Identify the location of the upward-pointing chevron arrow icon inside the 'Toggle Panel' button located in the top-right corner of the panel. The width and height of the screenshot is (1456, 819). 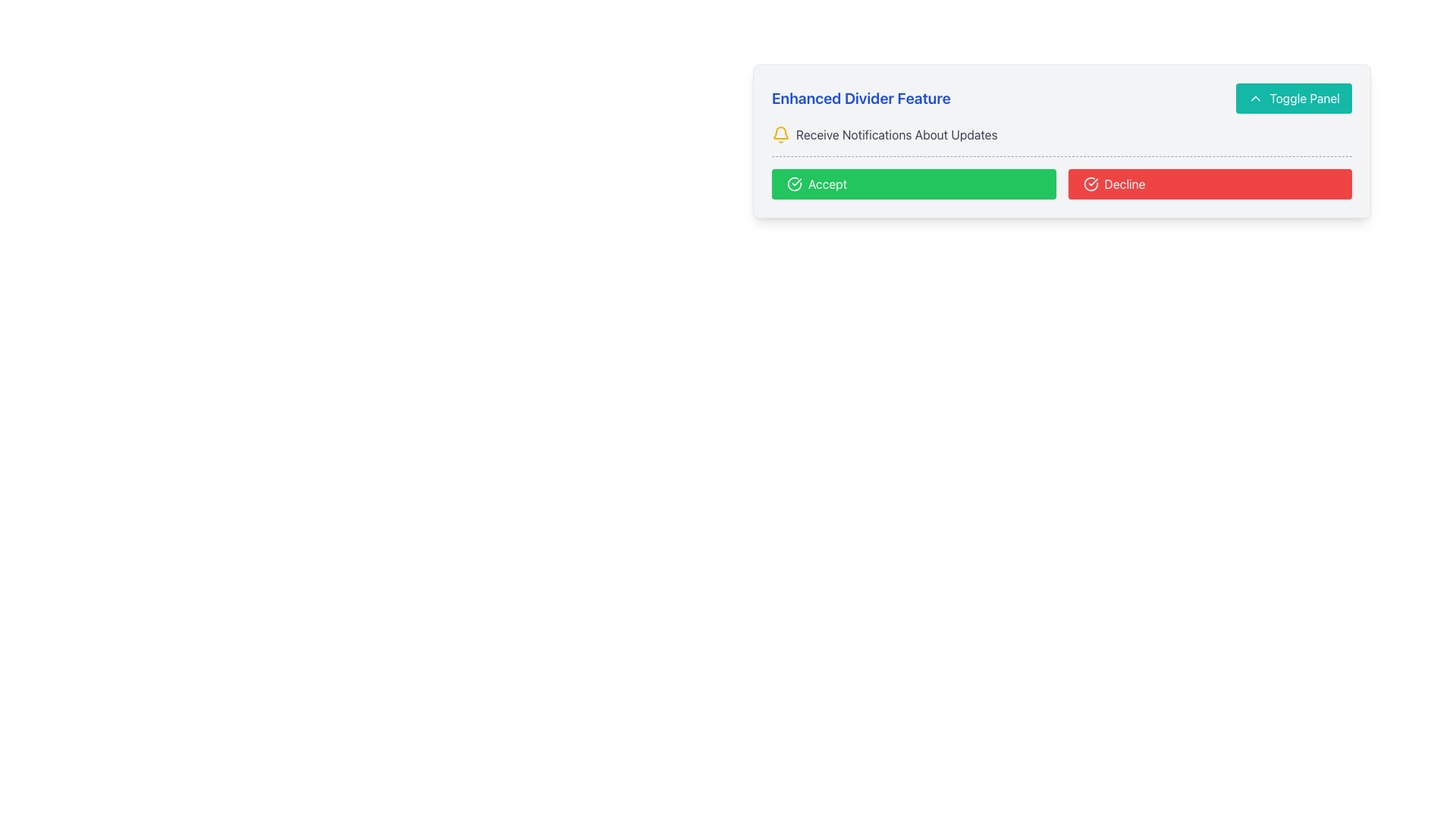
(1256, 99).